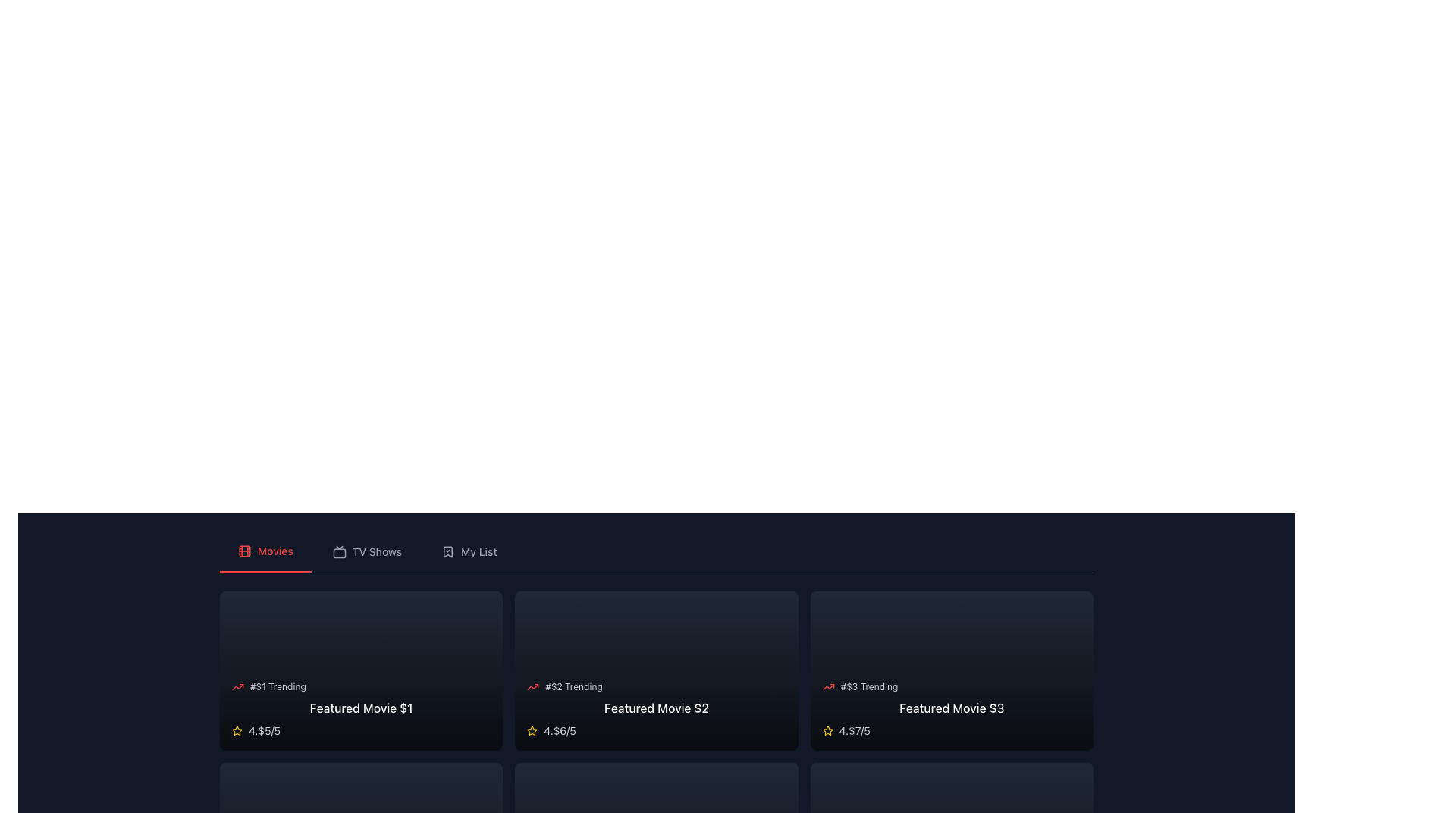  Describe the element at coordinates (360, 670) in the screenshot. I see `the play button located in the center of the 'Featured Movie $1' card to initiate the movie content` at that location.